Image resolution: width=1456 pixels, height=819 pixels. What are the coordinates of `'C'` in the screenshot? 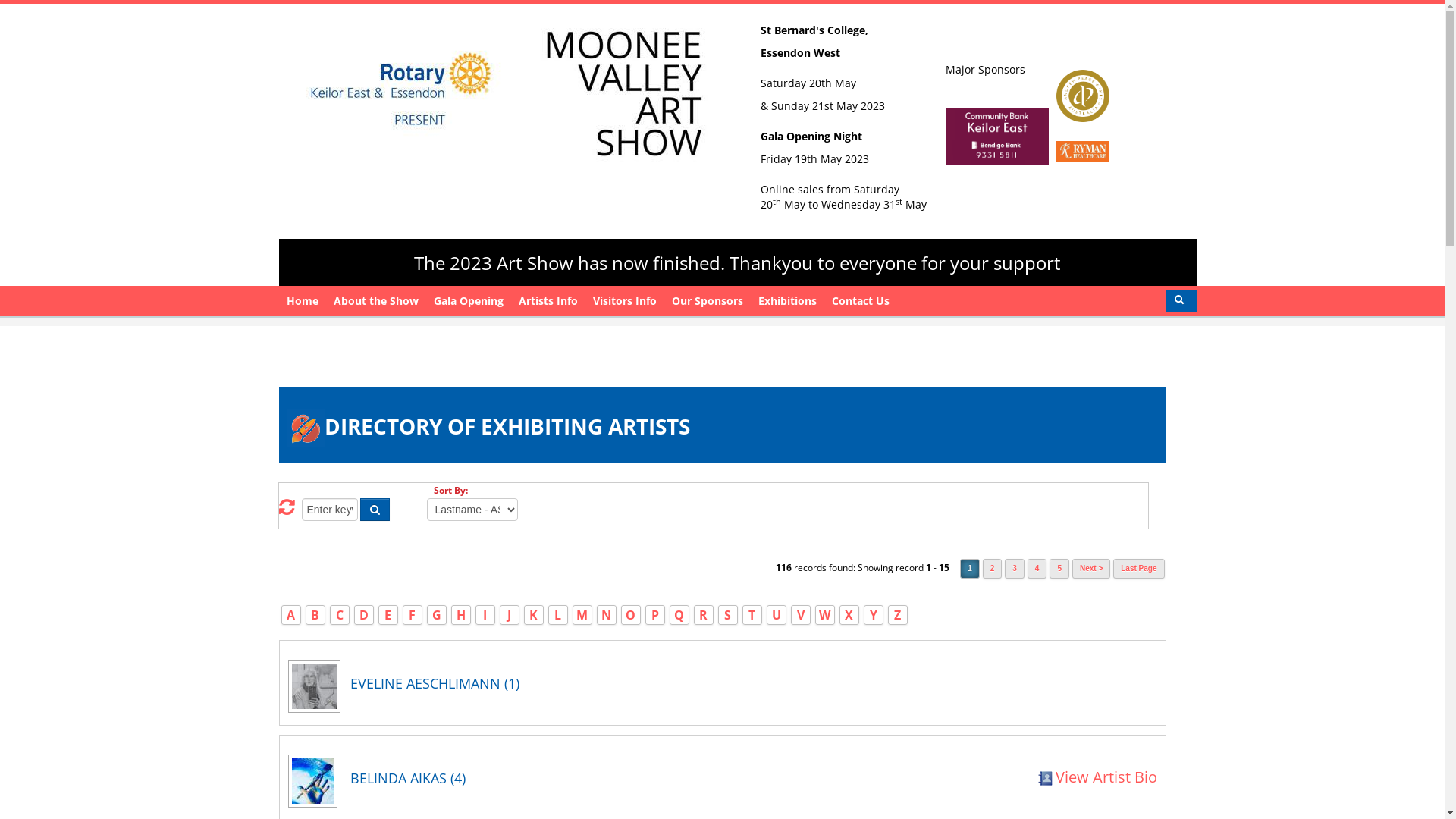 It's located at (337, 614).